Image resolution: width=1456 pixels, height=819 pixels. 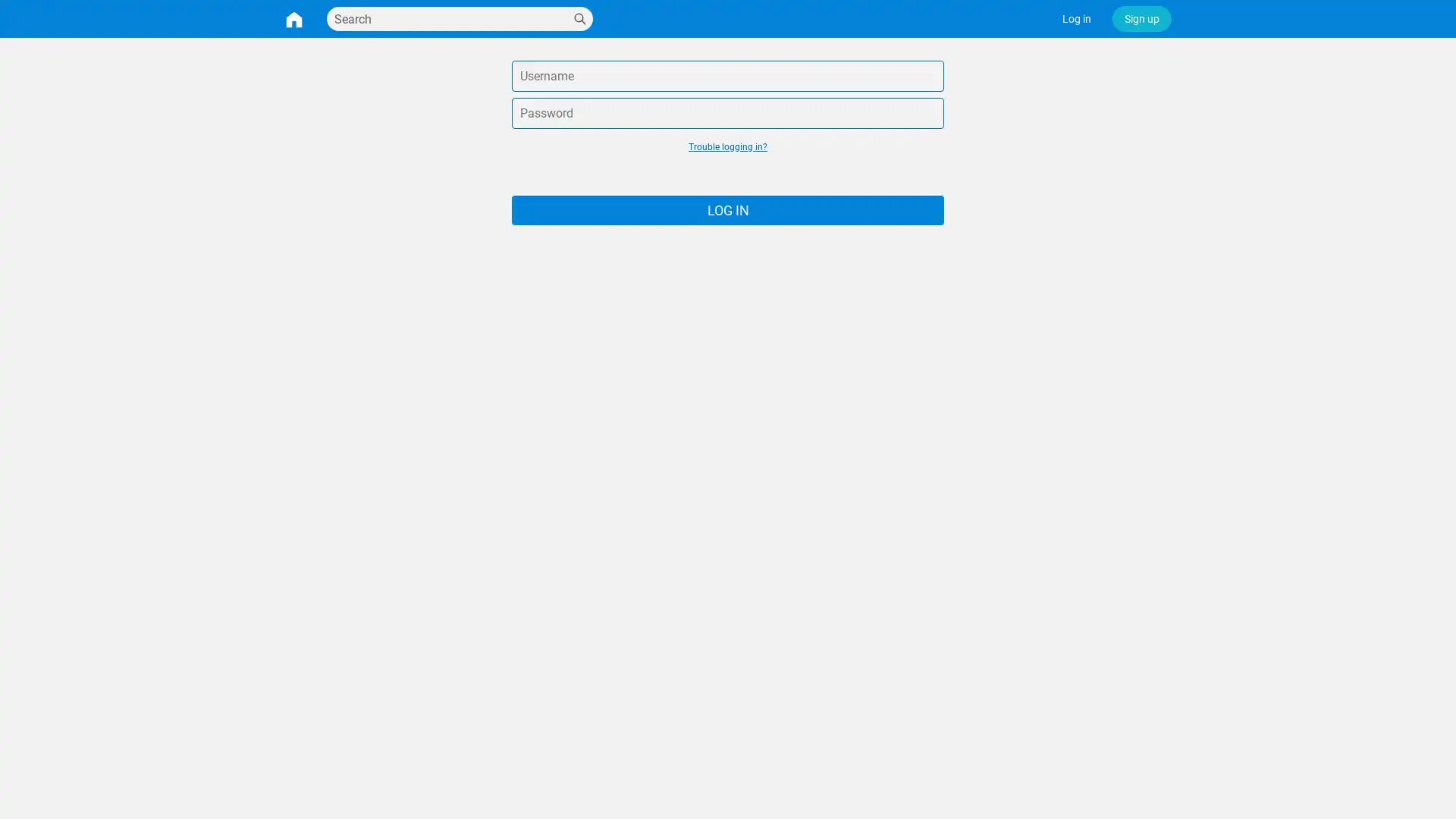 What do you see at coordinates (930, 112) in the screenshot?
I see `Show password` at bounding box center [930, 112].